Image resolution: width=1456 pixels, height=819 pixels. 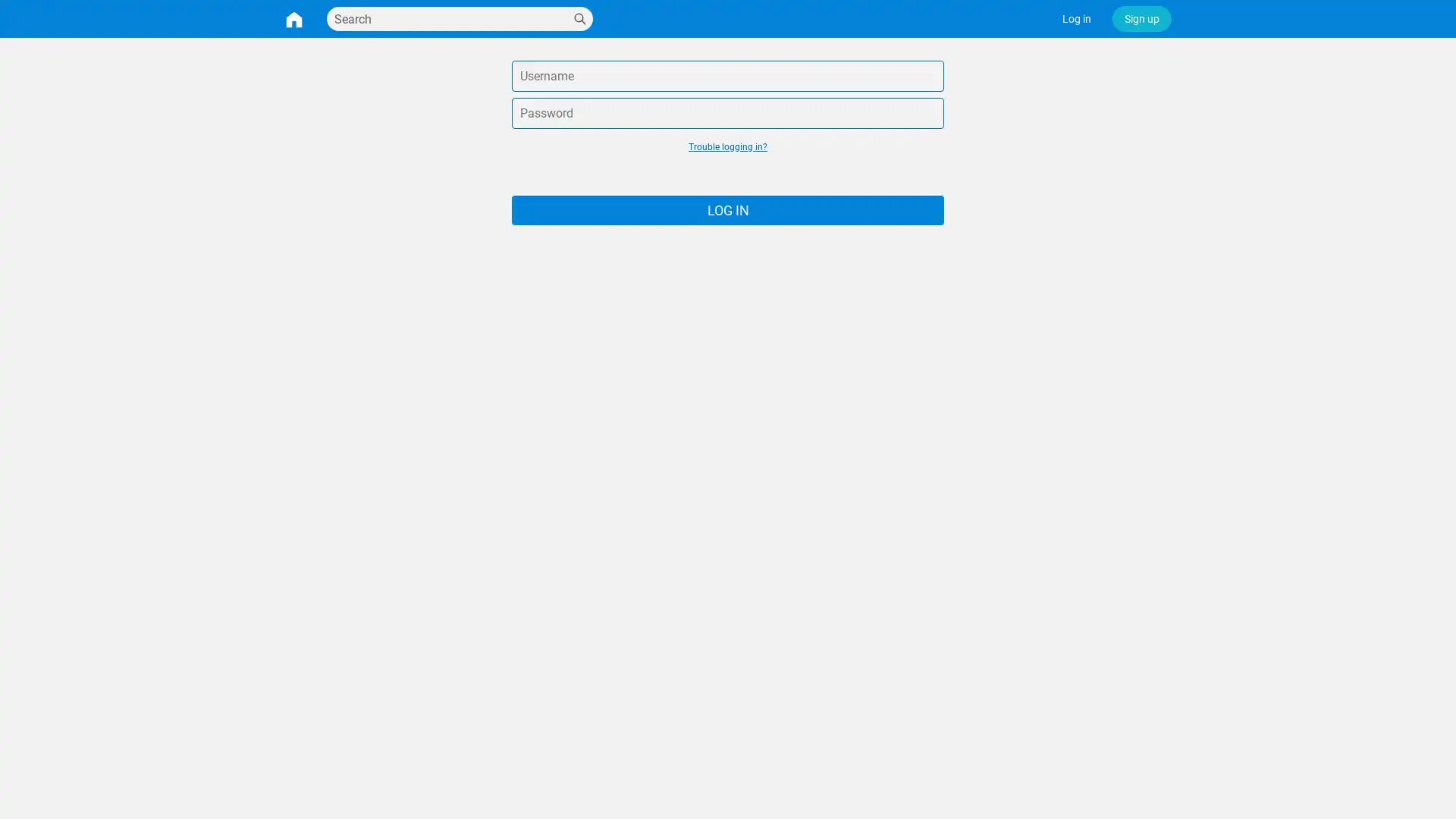 What do you see at coordinates (930, 112) in the screenshot?
I see `Show password` at bounding box center [930, 112].